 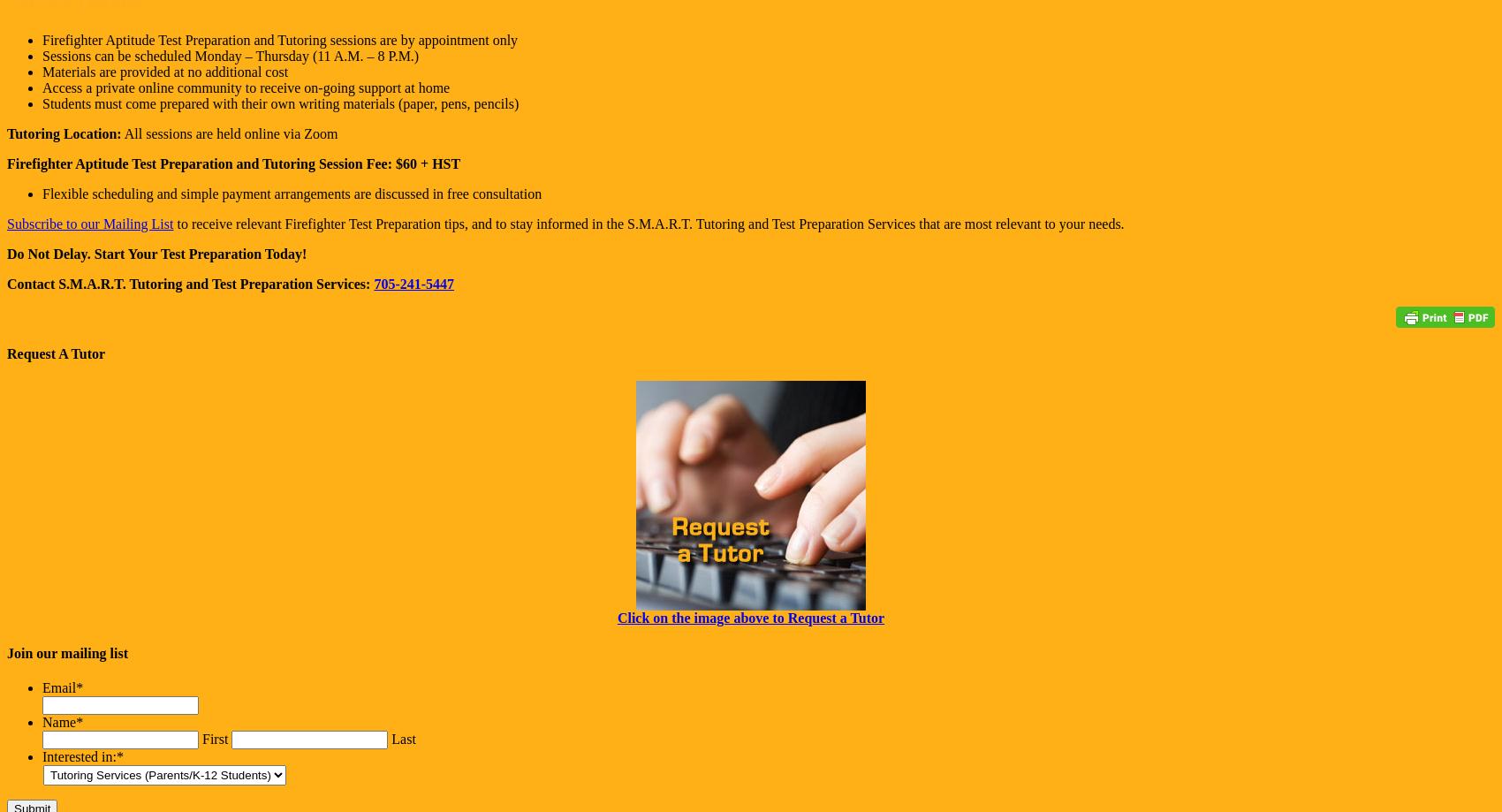 What do you see at coordinates (749, 617) in the screenshot?
I see `'Click on the image above to Request a Tutor'` at bounding box center [749, 617].